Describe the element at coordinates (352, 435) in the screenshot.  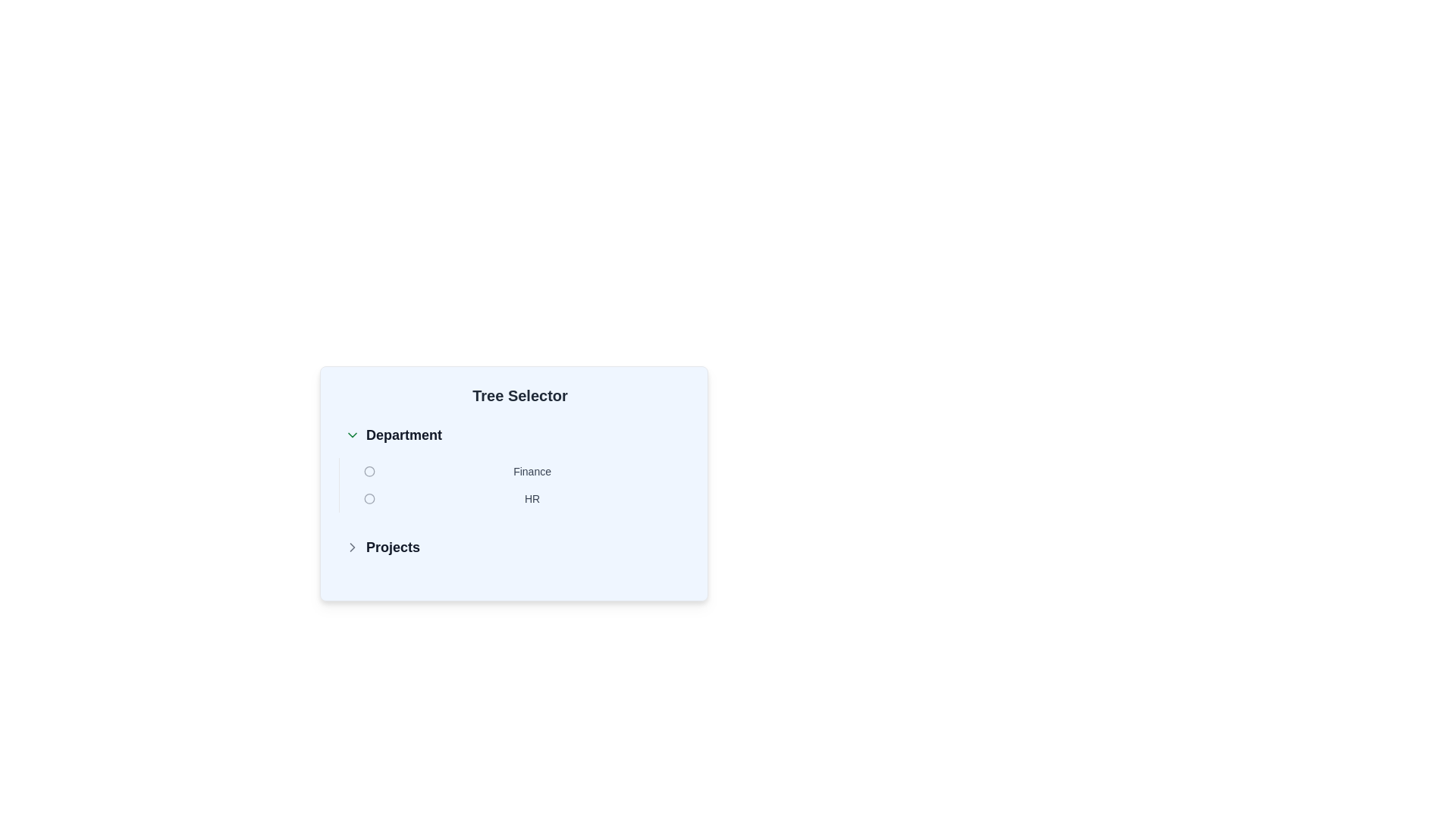
I see `the Chevron icon located to the left of the 'Department' label, which is used for dropdown or collapsible actions` at that location.